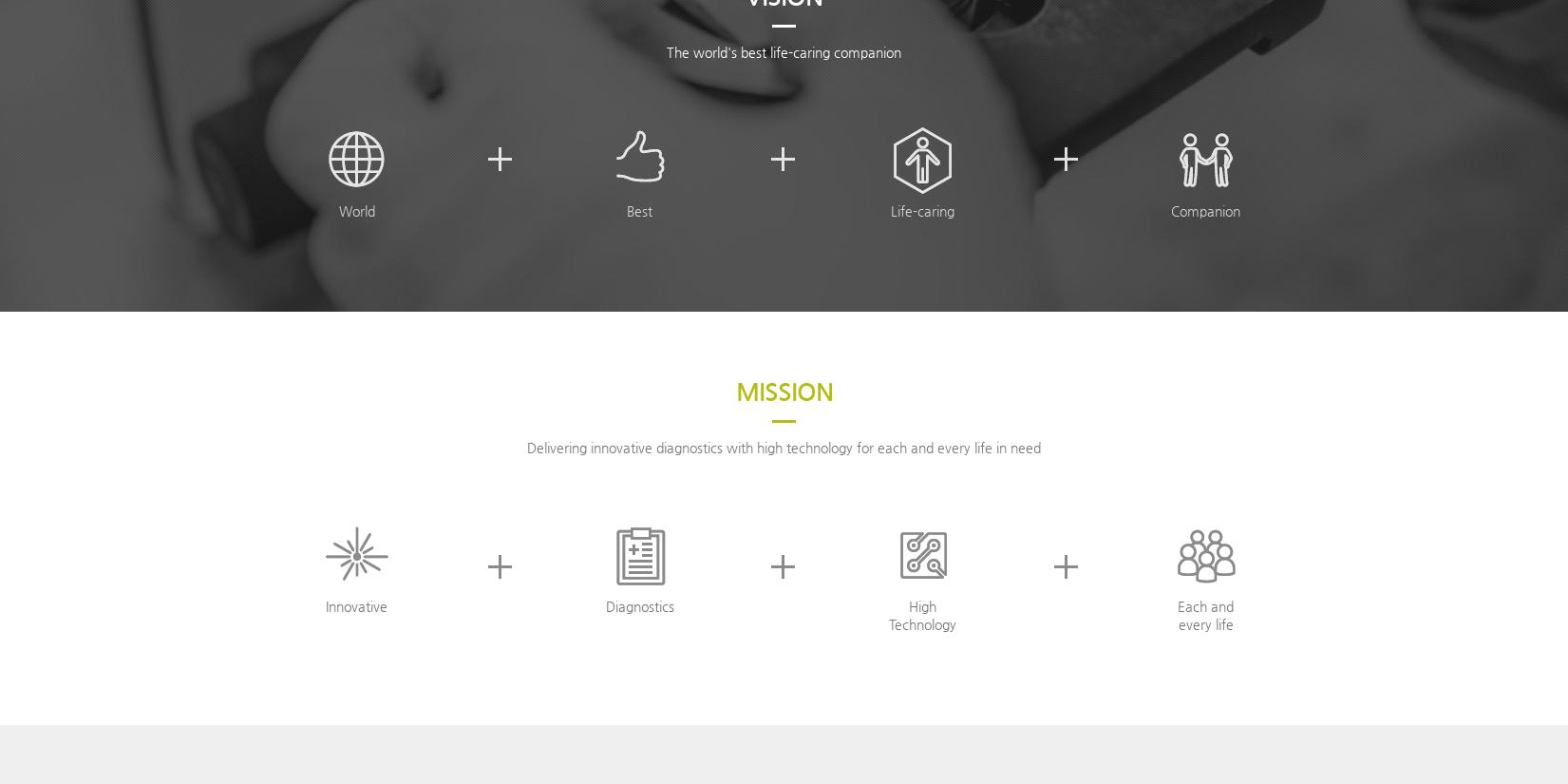 This screenshot has width=1568, height=784. I want to click on 'Delivering innovative diagnostics with high technology for each and every life in need', so click(784, 446).